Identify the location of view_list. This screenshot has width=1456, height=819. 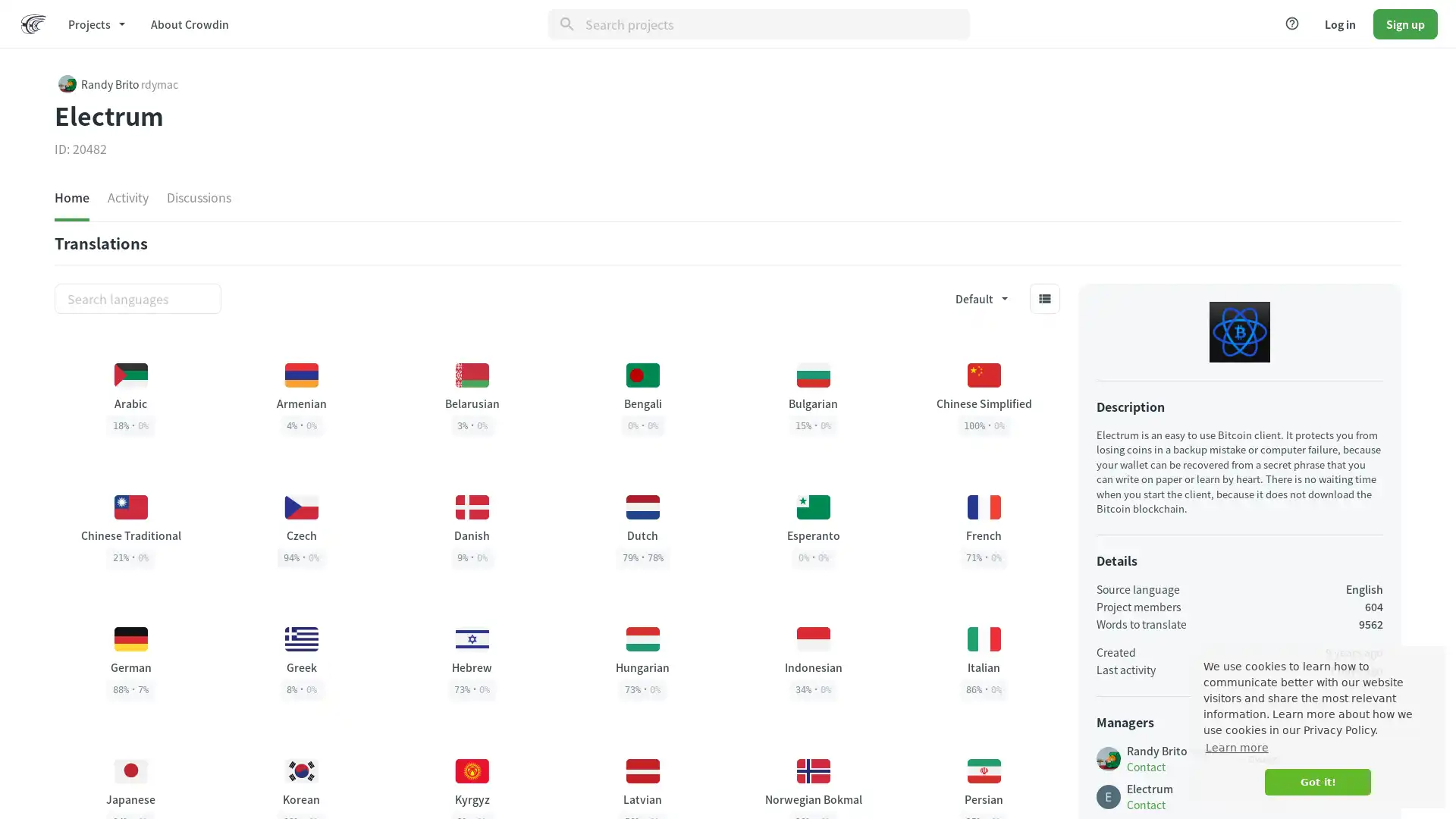
(1043, 298).